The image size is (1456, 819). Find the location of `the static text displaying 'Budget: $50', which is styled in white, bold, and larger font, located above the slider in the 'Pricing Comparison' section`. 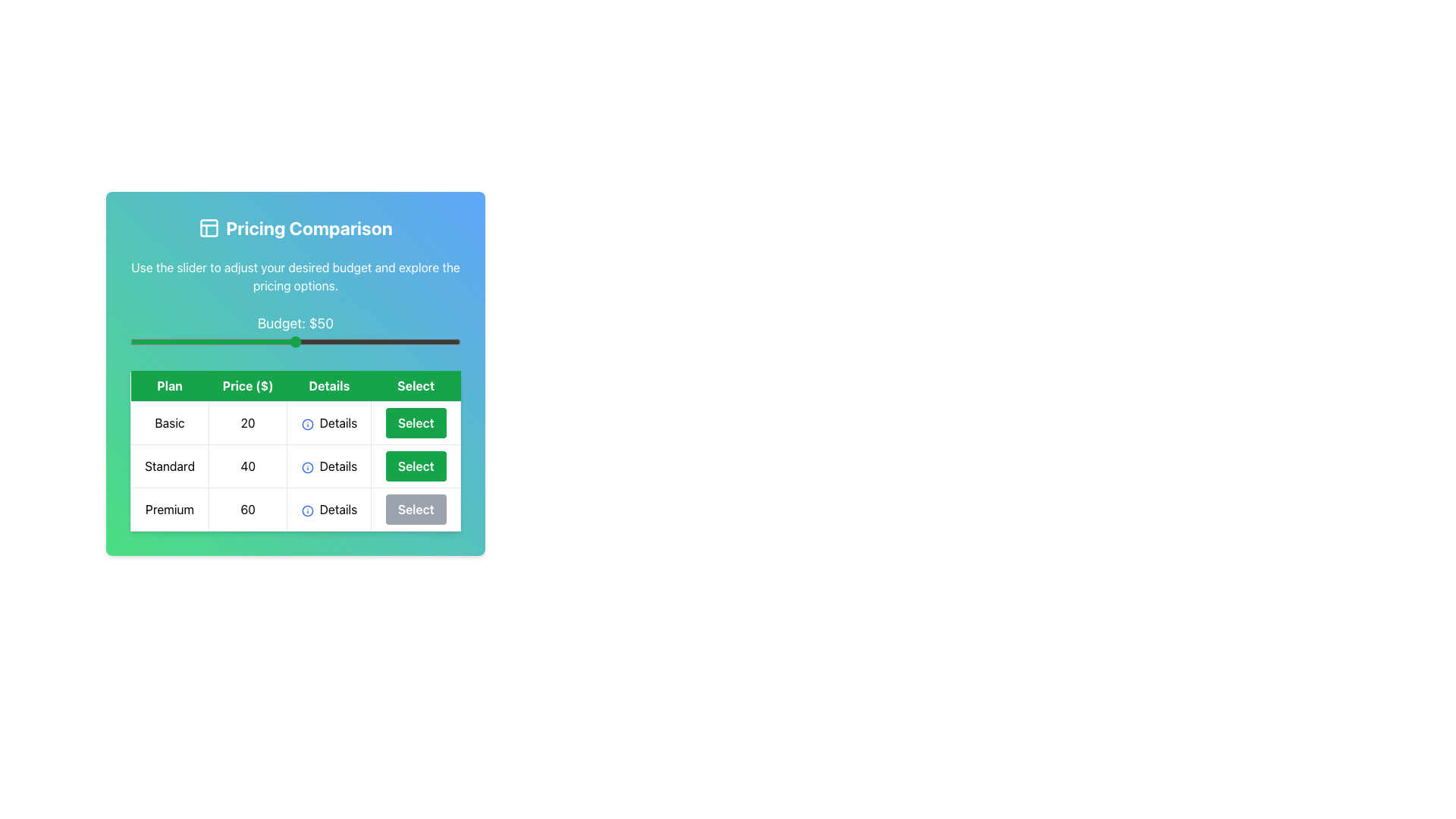

the static text displaying 'Budget: $50', which is styled in white, bold, and larger font, located above the slider in the 'Pricing Comparison' section is located at coordinates (295, 322).